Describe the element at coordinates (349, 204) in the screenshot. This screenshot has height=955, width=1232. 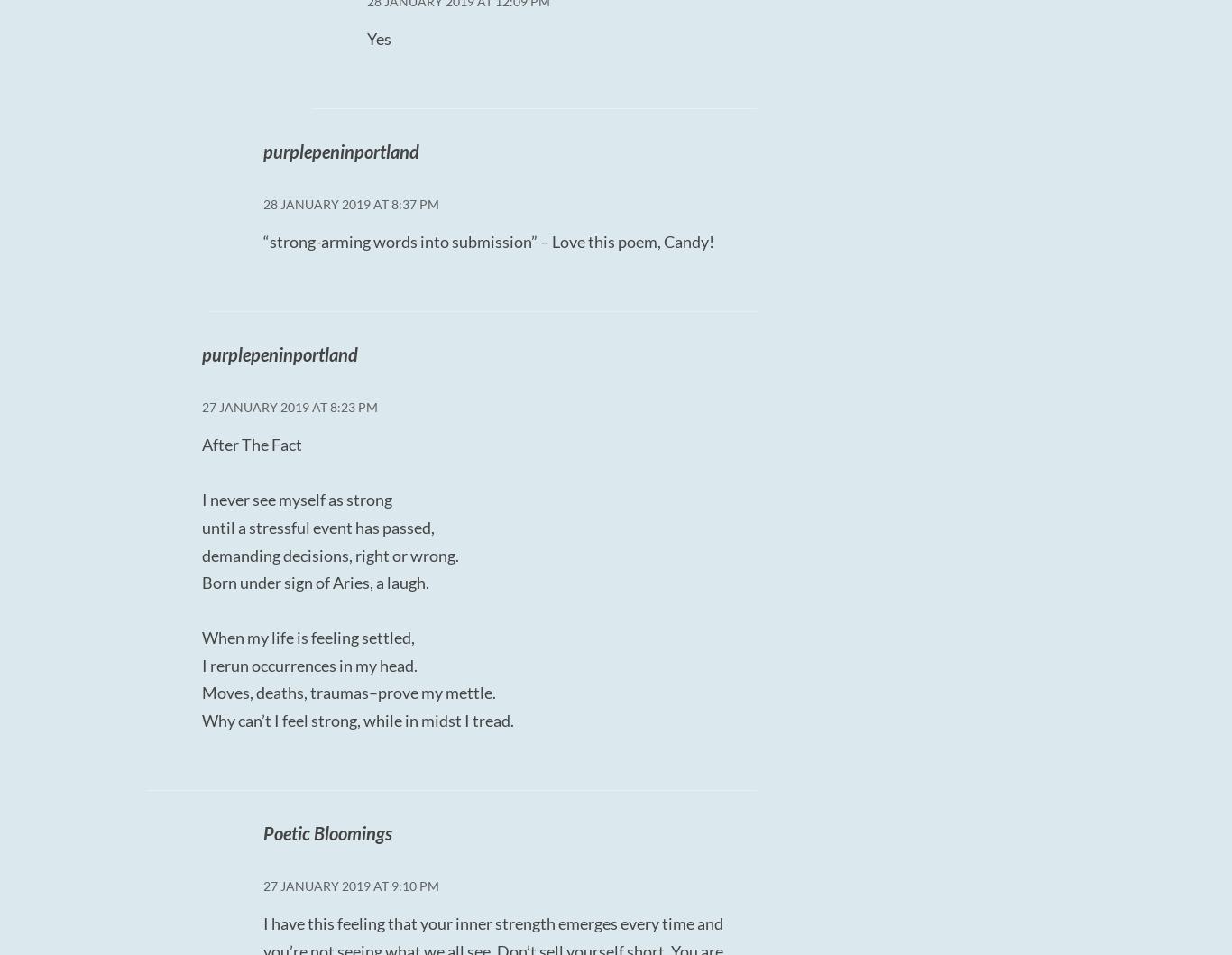
I see `'28 January 2019 at 8:37 PM'` at that location.